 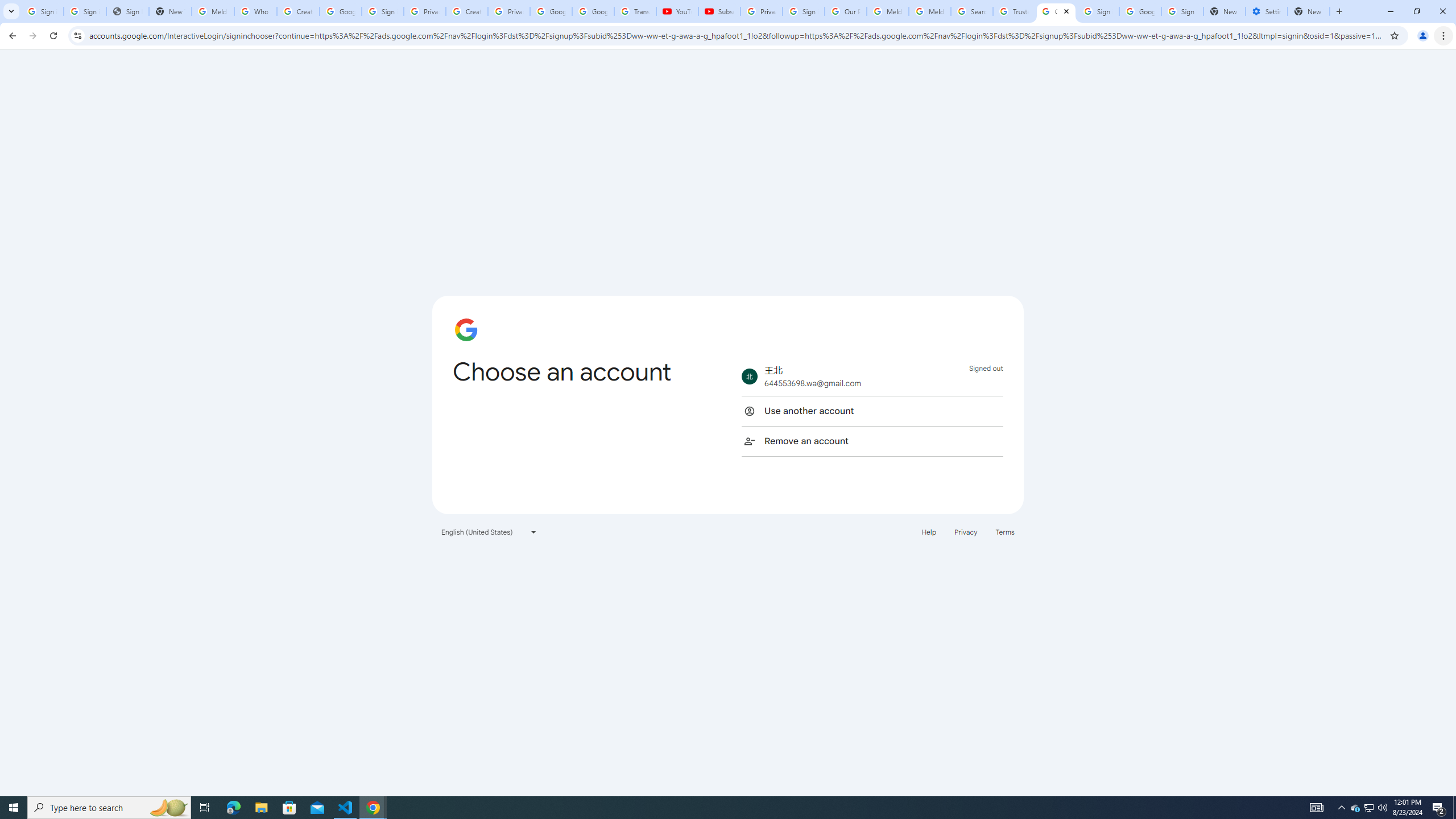 What do you see at coordinates (1004, 531) in the screenshot?
I see `'Terms'` at bounding box center [1004, 531].